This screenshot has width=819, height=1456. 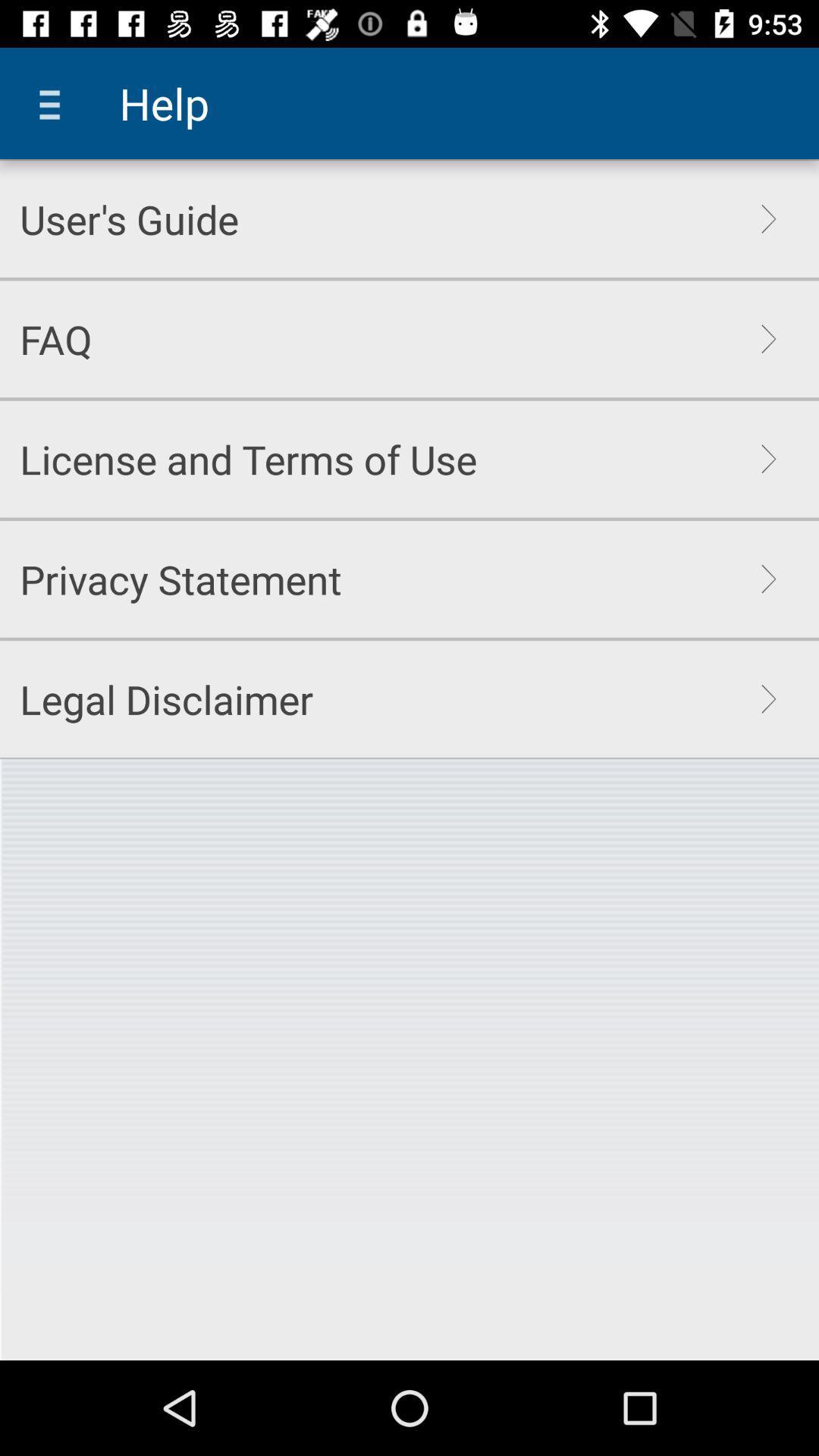 I want to click on the item below the user's guide, so click(x=55, y=338).